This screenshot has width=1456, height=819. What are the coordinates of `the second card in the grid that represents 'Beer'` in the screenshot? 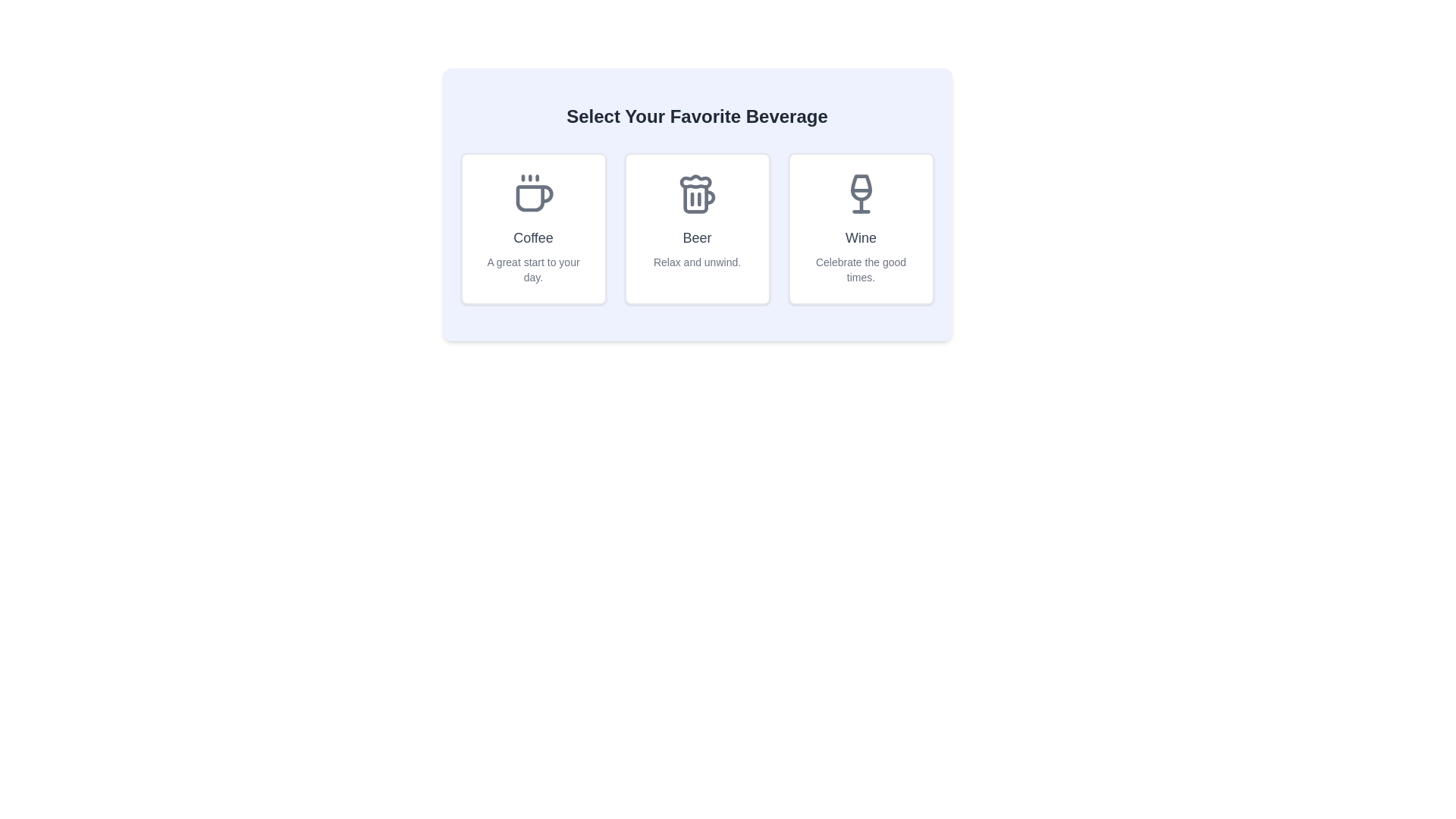 It's located at (696, 228).